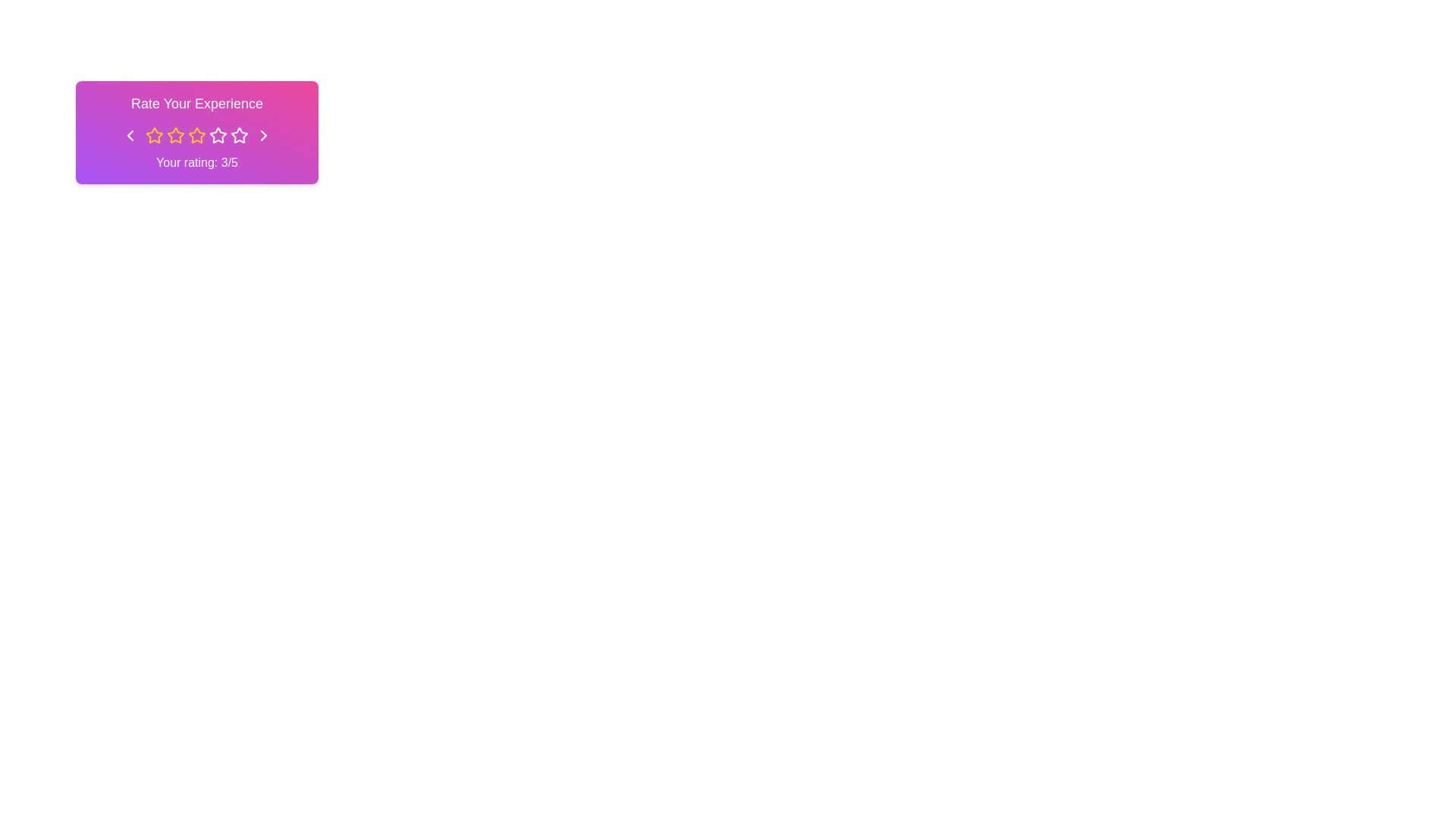  Describe the element at coordinates (154, 134) in the screenshot. I see `the first star icon in the rating widget` at that location.